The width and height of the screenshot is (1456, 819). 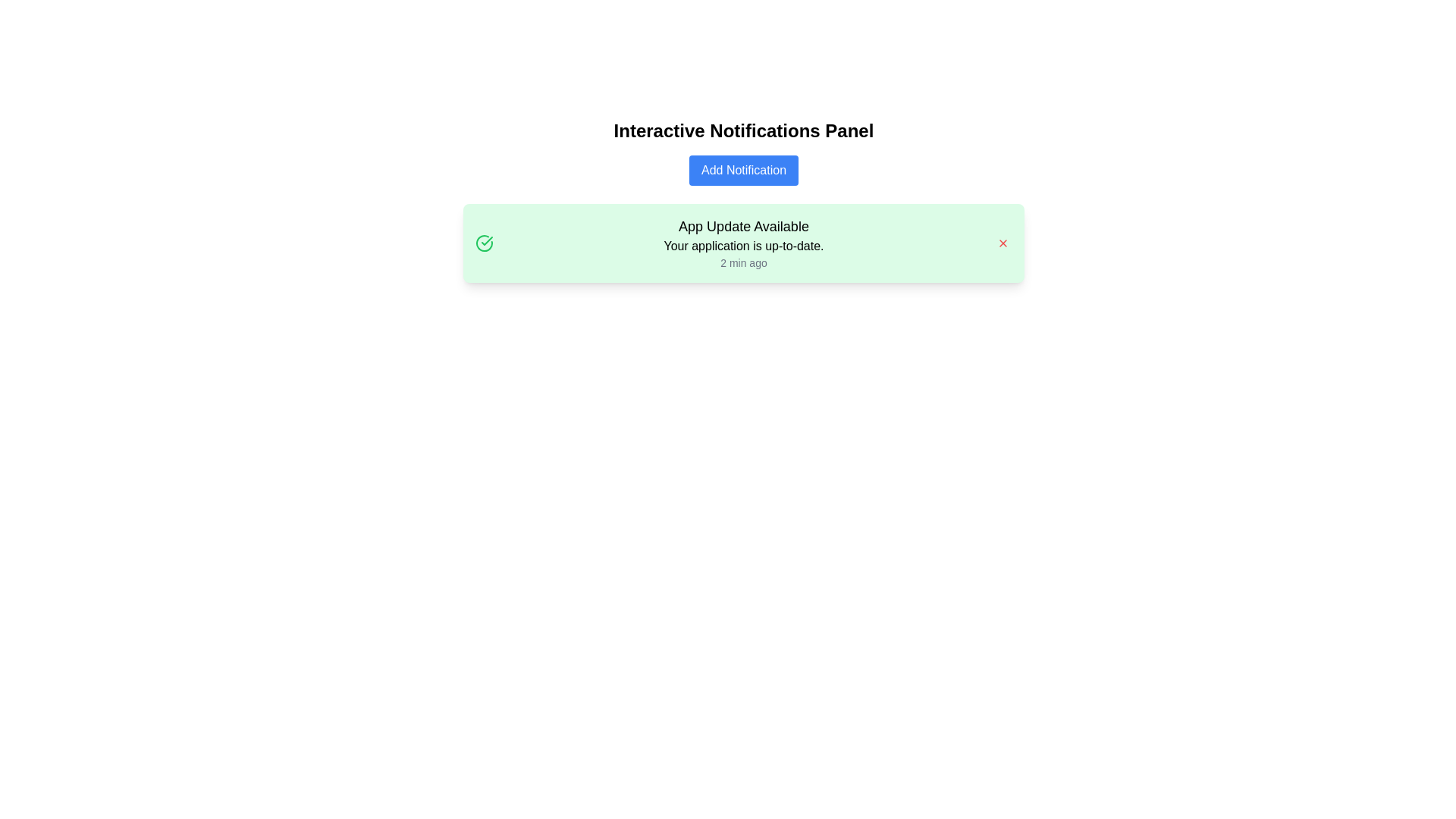 What do you see at coordinates (743, 262) in the screenshot?
I see `the text label displaying '2 min ago' in a small gray font, located below 'Your application is up-to-date.' in the notification box` at bounding box center [743, 262].